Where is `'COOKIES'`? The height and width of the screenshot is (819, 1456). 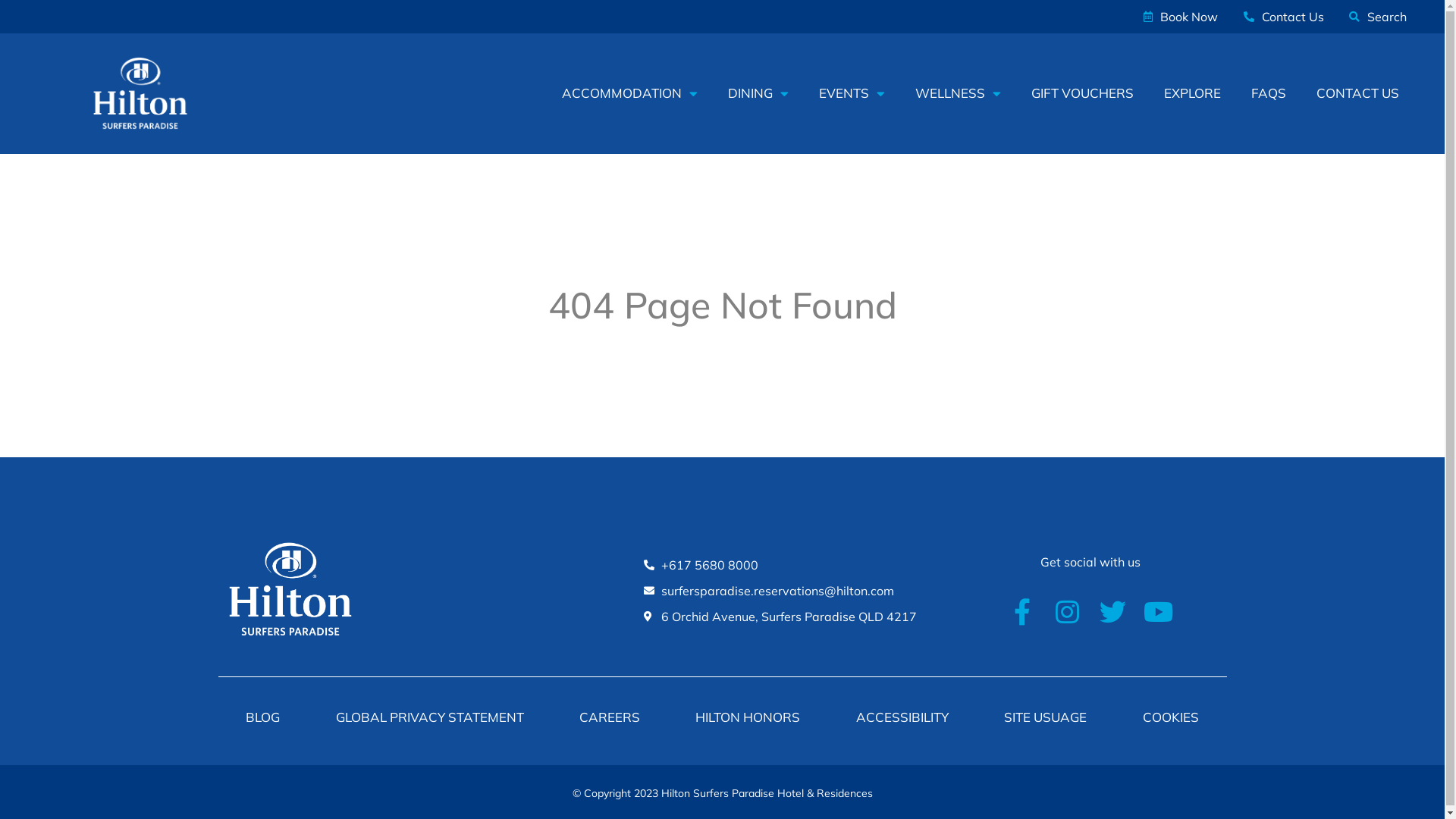
'COOKIES' is located at coordinates (1169, 717).